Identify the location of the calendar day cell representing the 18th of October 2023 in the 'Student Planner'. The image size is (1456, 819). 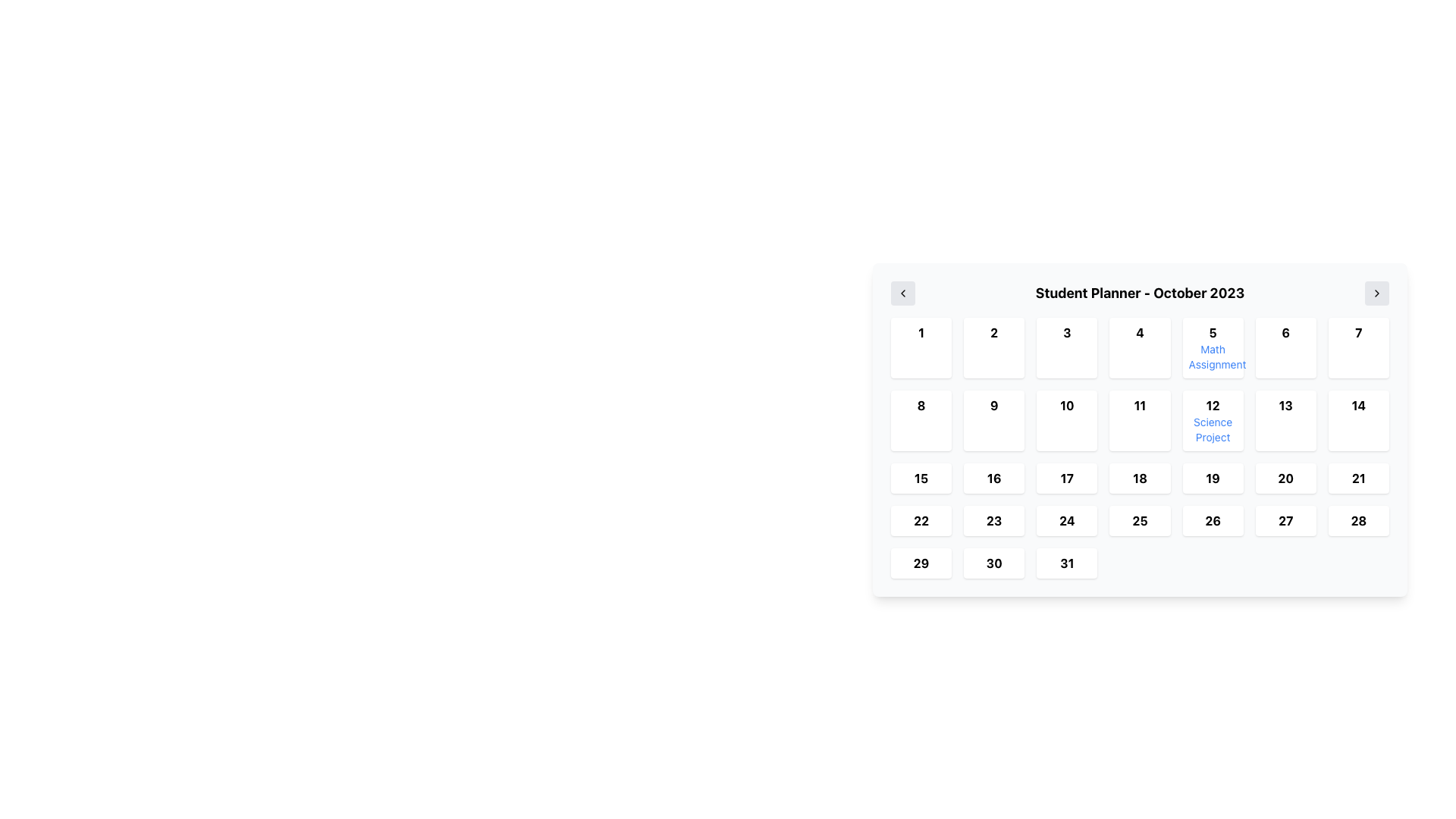
(1140, 479).